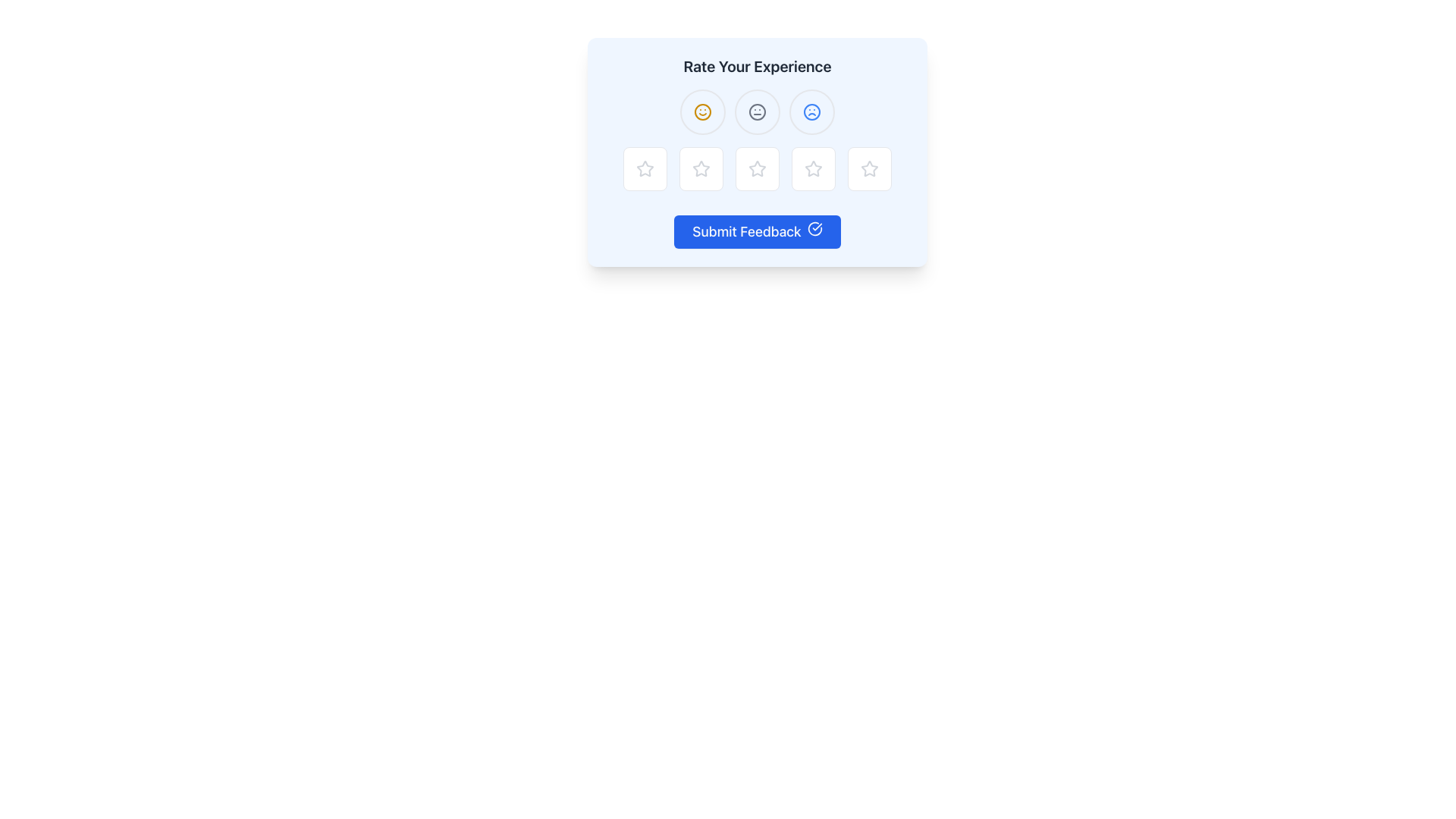 The image size is (1456, 819). Describe the element at coordinates (811, 111) in the screenshot. I see `the circular shape of the unhappy emoji located in the rightmost position of the three-emoji group in the 'Rate Your Experience' component` at that location.